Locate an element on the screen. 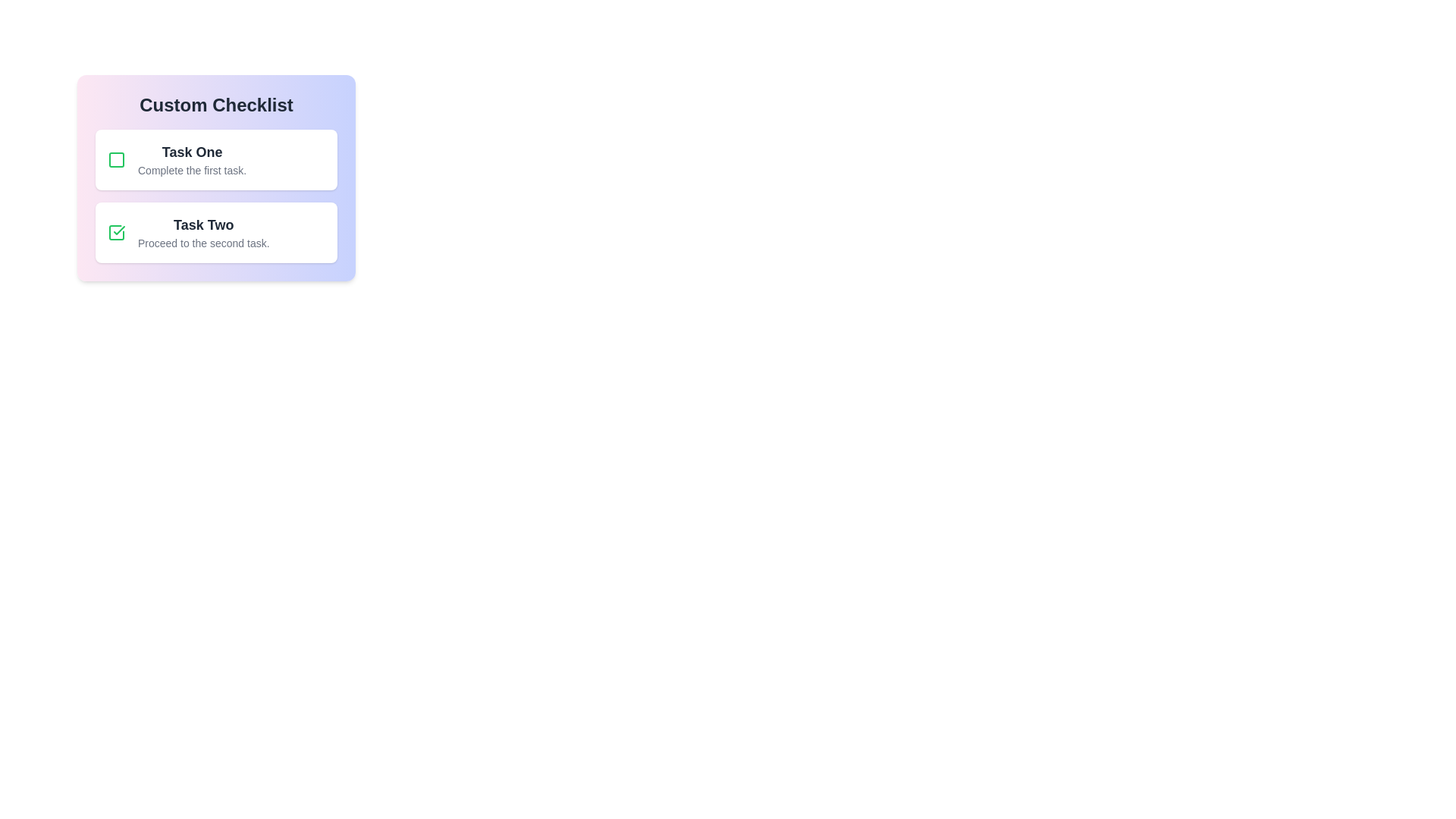 This screenshot has width=1456, height=819. task information presented in the Checklist Component, which displays tasks with titles and completion statuses below the heading 'Custom Checklist.' is located at coordinates (215, 195).